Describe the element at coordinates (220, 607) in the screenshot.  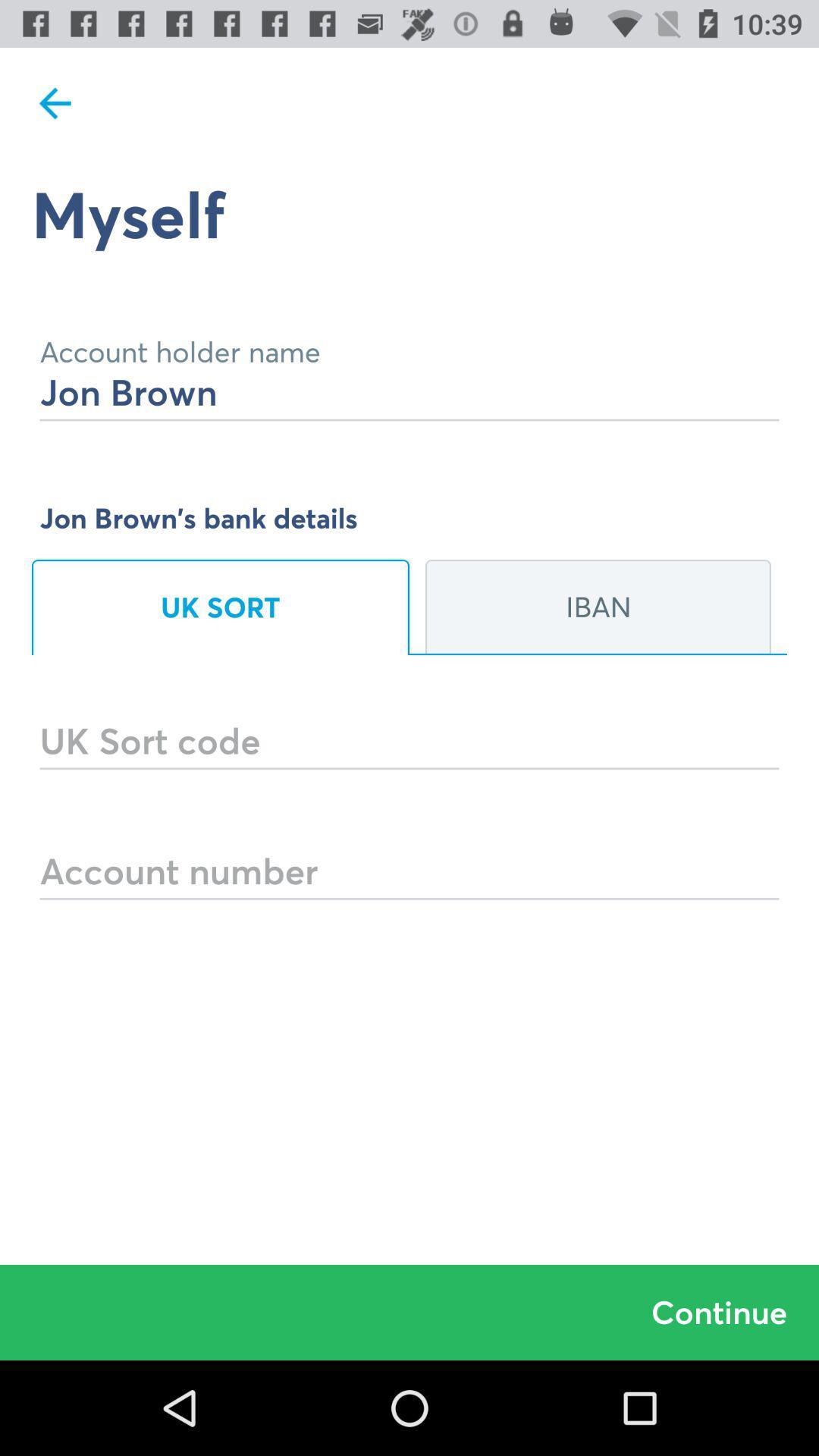
I see `the icon below jon brown s icon` at that location.